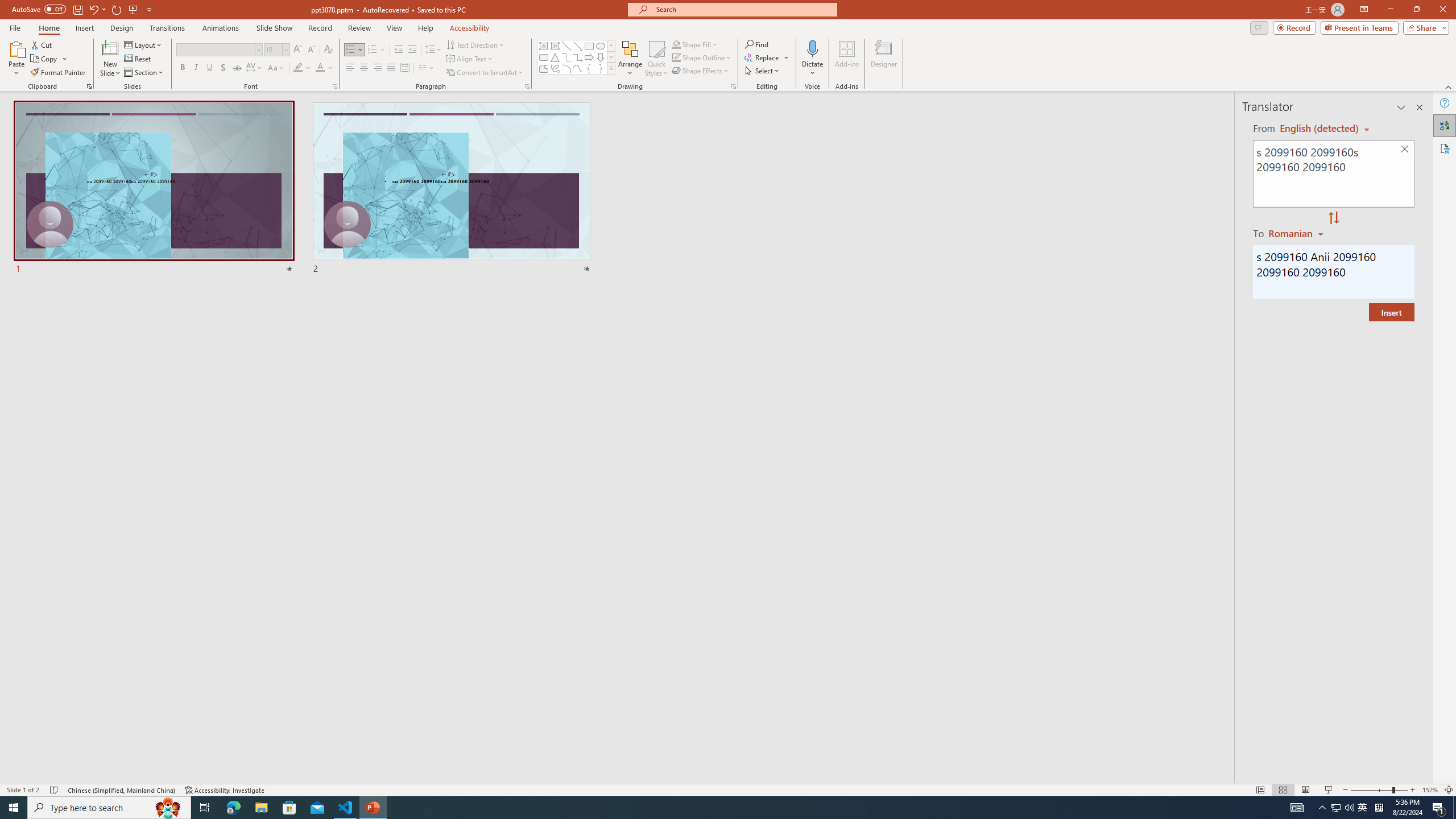 This screenshot has width=1456, height=819. What do you see at coordinates (589, 45) in the screenshot?
I see `'Rectangle'` at bounding box center [589, 45].